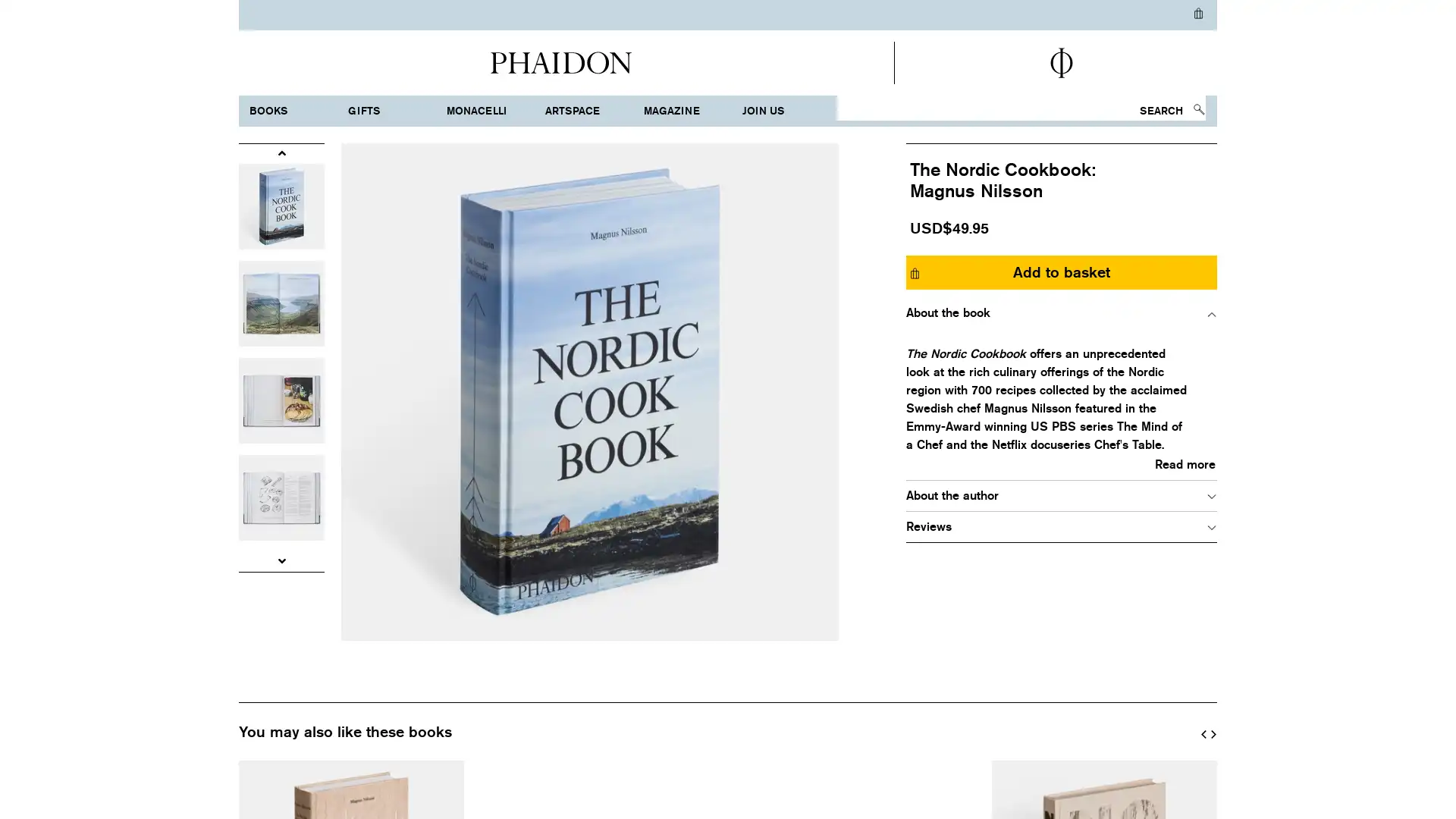 This screenshot has height=819, width=1456. Describe the element at coordinates (1203, 730) in the screenshot. I see `Previous` at that location.